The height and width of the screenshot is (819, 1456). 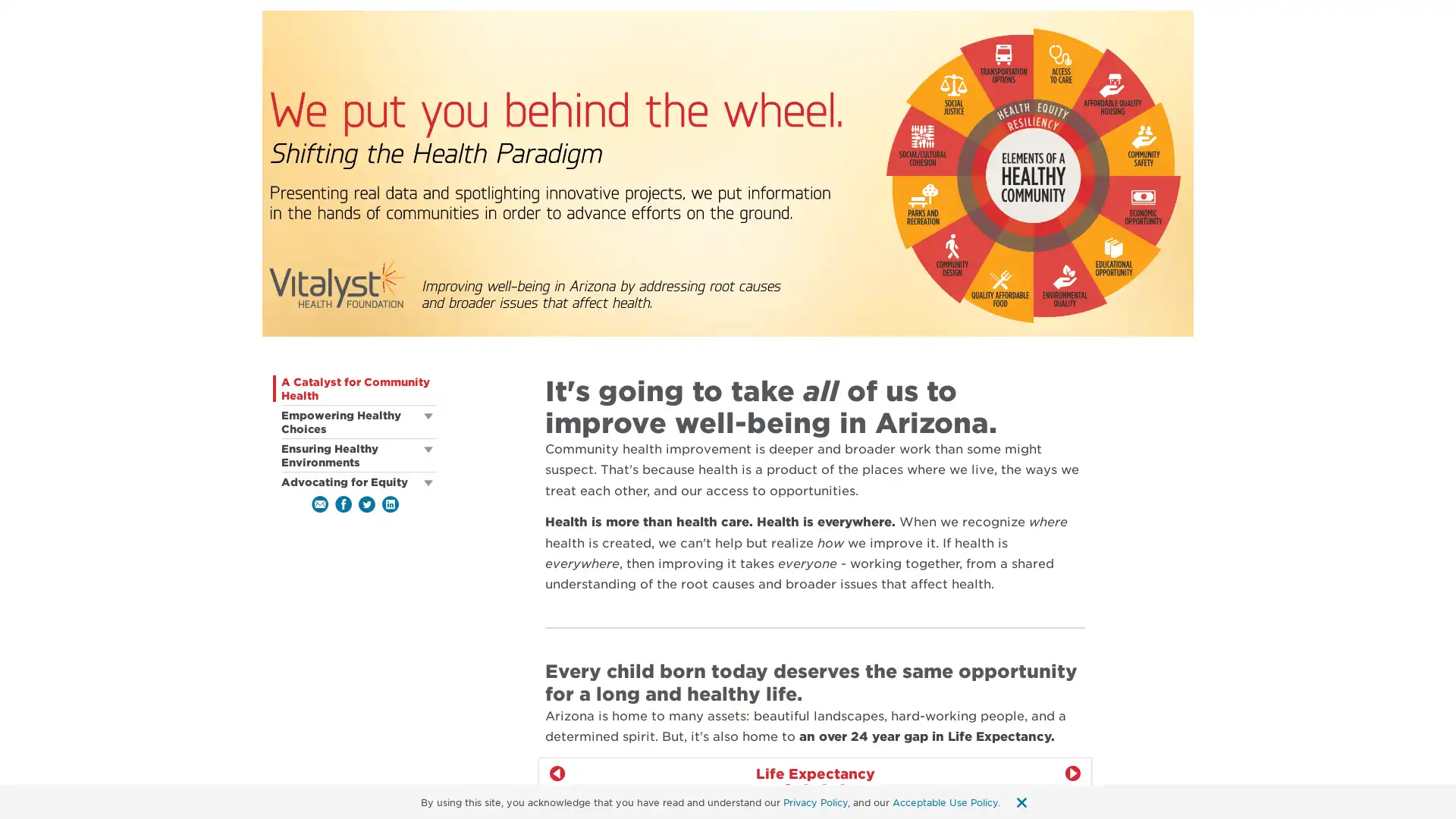 I want to click on carousel screen indicator, so click(x=787, y=788).